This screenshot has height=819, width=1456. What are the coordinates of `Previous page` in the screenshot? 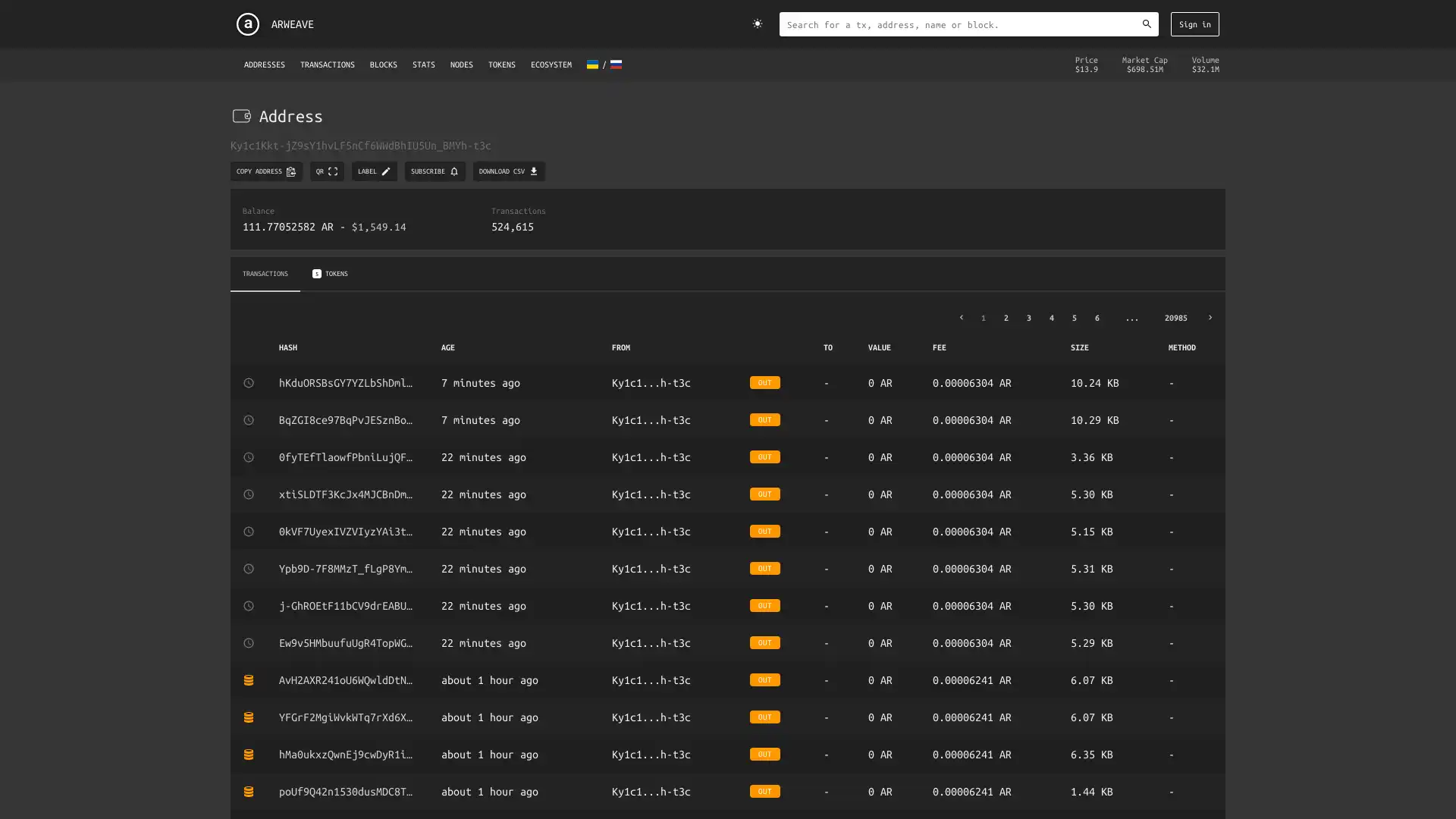 It's located at (960, 315).